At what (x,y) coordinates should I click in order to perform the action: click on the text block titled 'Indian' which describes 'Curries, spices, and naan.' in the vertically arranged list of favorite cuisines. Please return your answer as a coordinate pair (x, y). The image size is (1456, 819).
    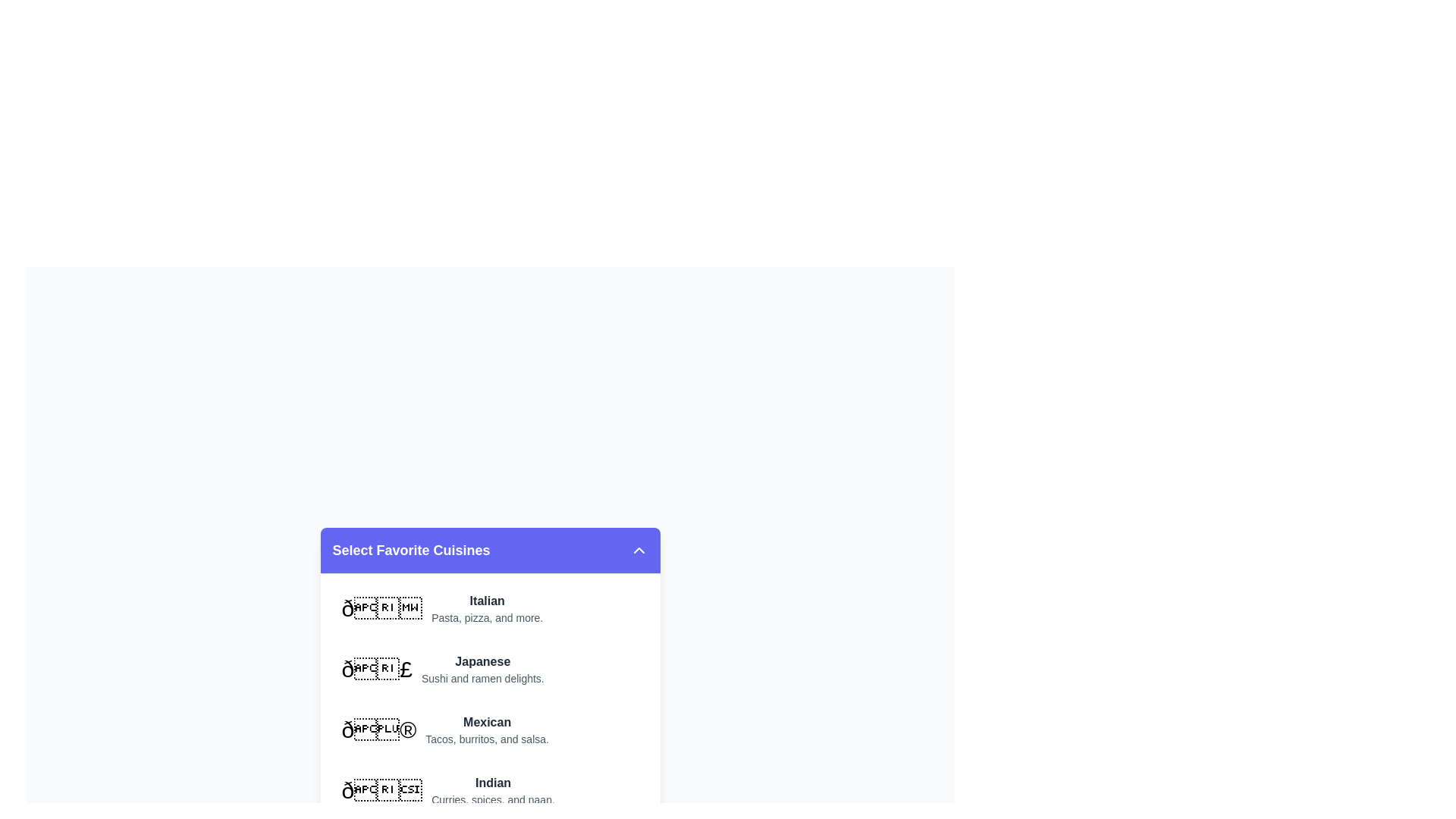
    Looking at the image, I should click on (493, 789).